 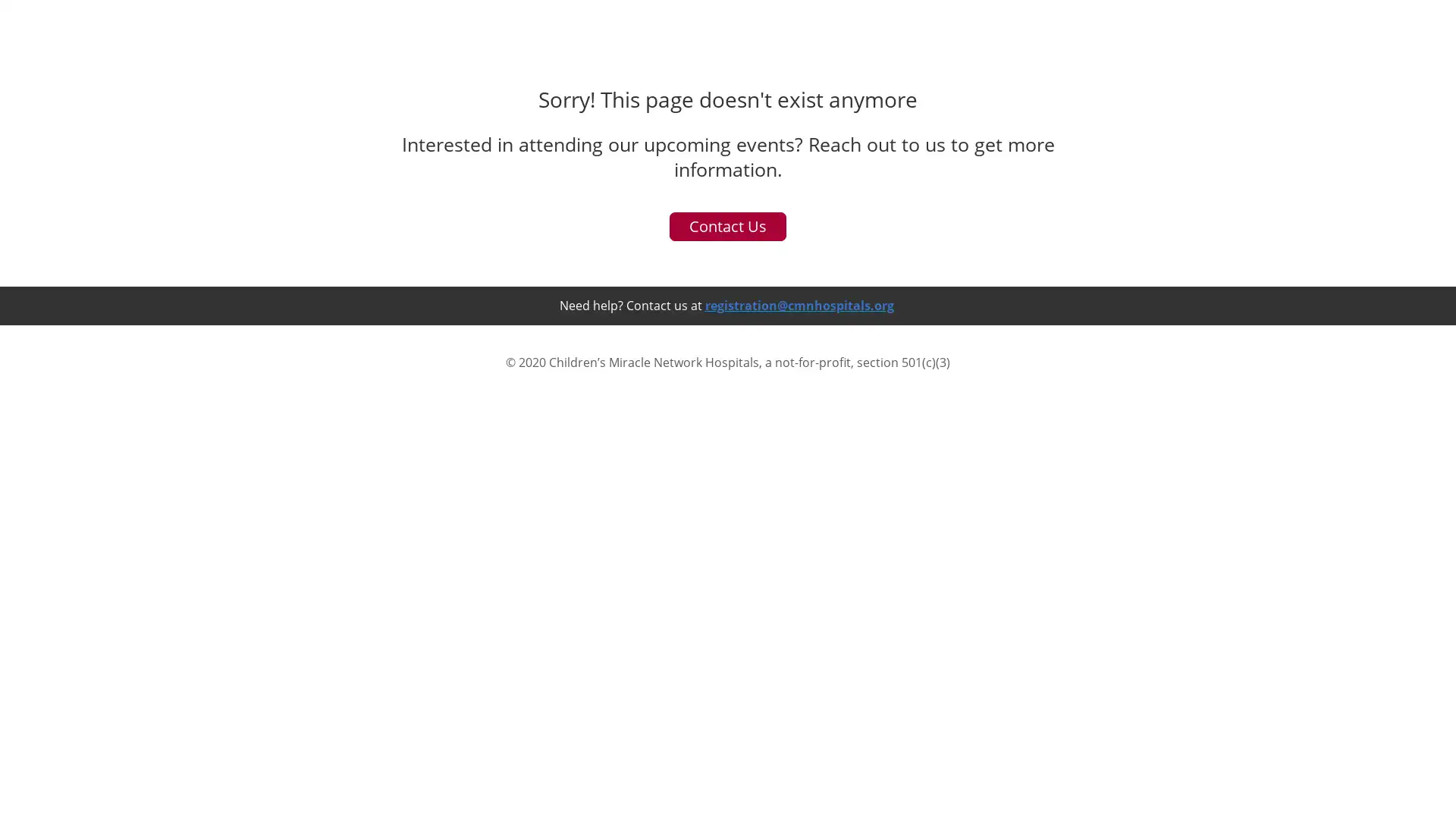 I want to click on Contact Us, so click(x=728, y=719).